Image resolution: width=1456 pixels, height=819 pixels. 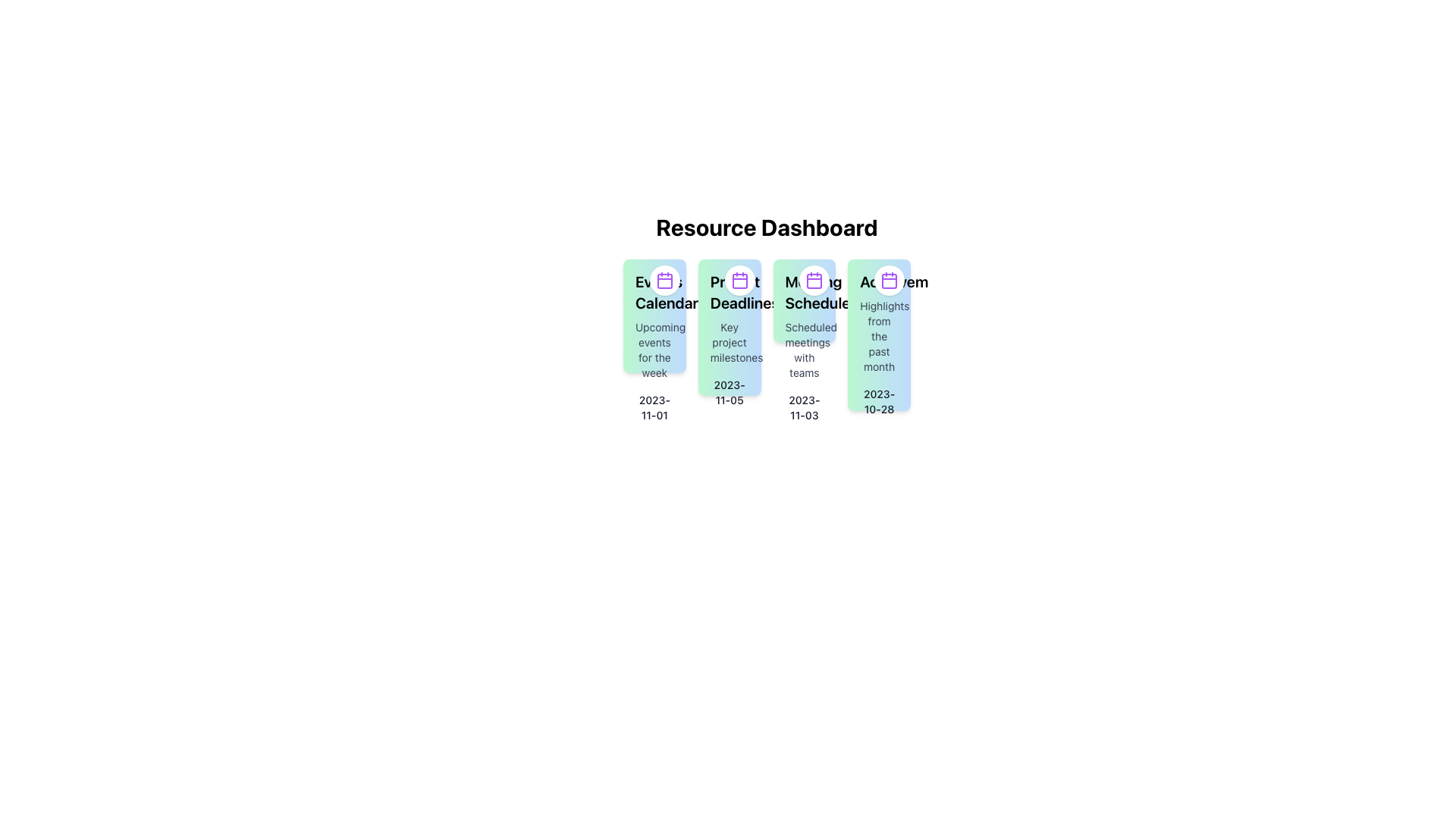 I want to click on the icon button located at the top-right corner of the card displaying project deadlines, so click(x=739, y=281).